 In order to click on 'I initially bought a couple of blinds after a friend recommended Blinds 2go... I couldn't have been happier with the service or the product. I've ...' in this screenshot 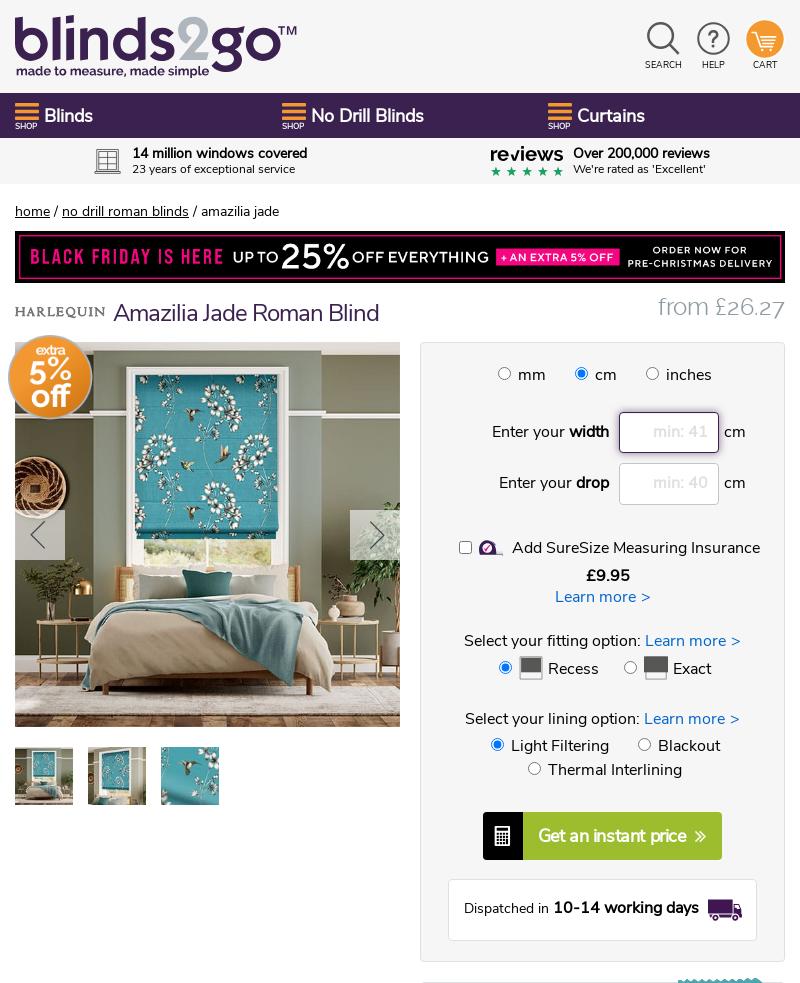, I will do `click(140, 475)`.